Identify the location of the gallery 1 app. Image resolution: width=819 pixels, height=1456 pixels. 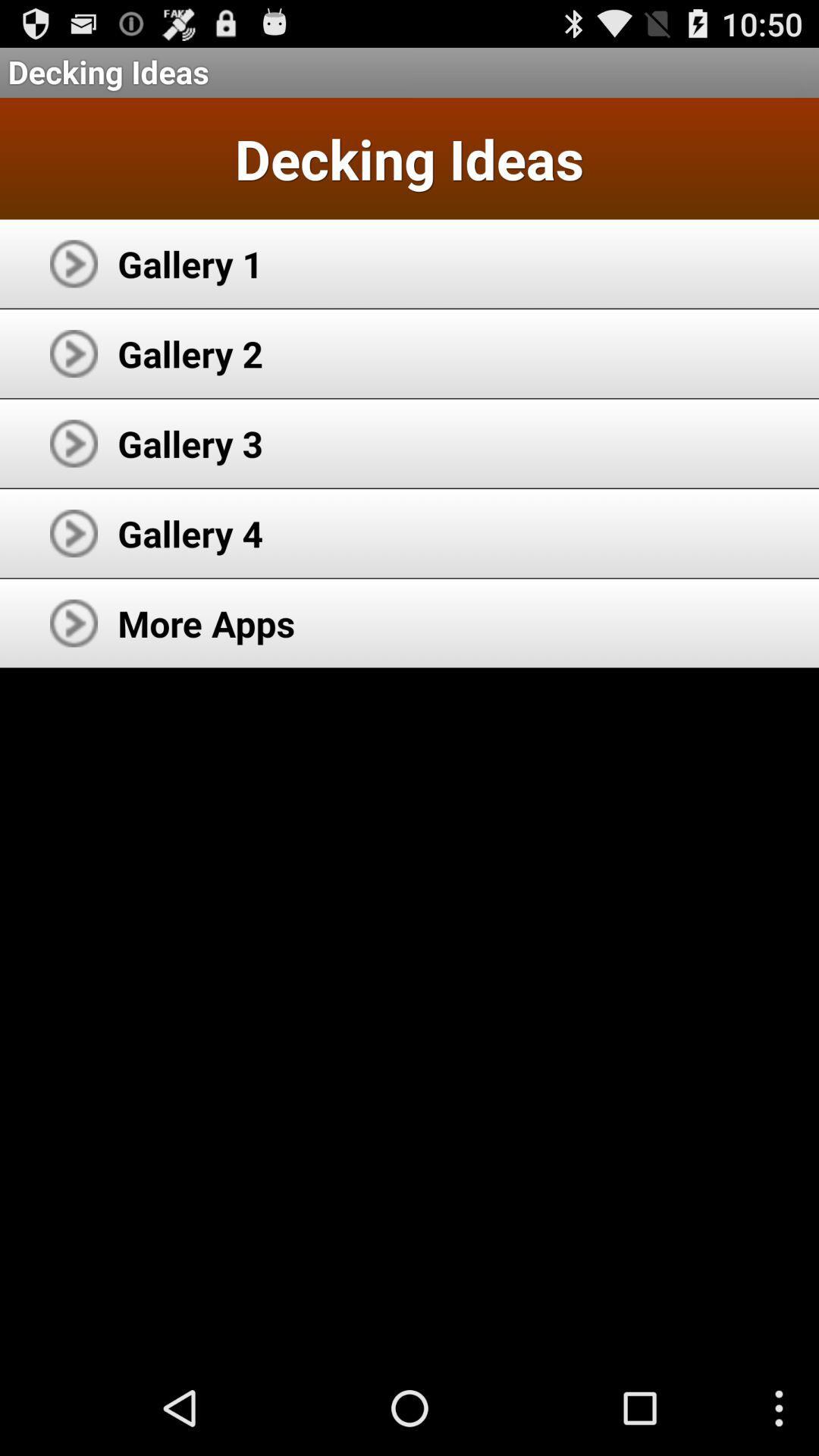
(190, 263).